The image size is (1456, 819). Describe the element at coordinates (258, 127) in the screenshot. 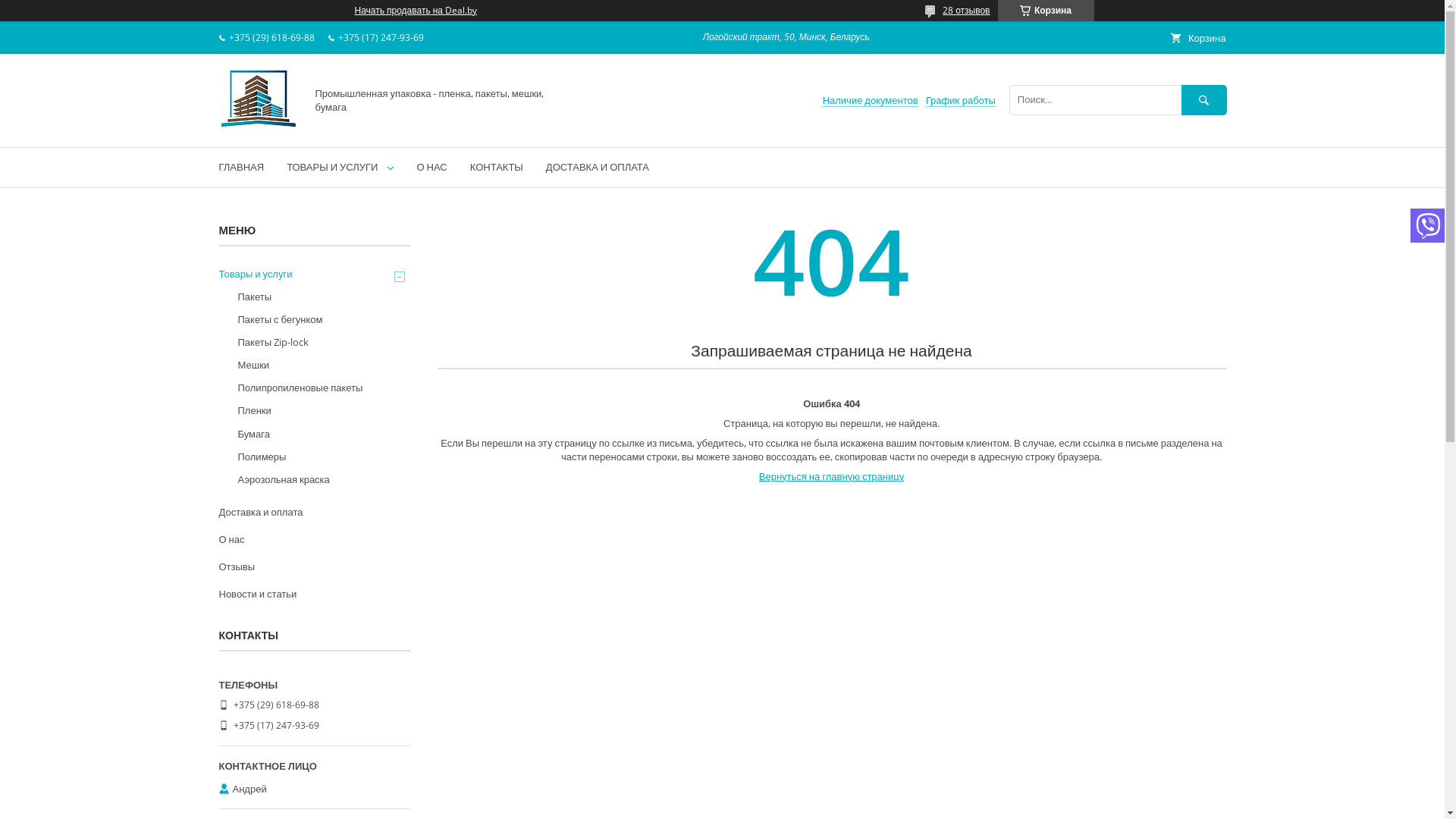

I see `'izodom.by'` at that location.